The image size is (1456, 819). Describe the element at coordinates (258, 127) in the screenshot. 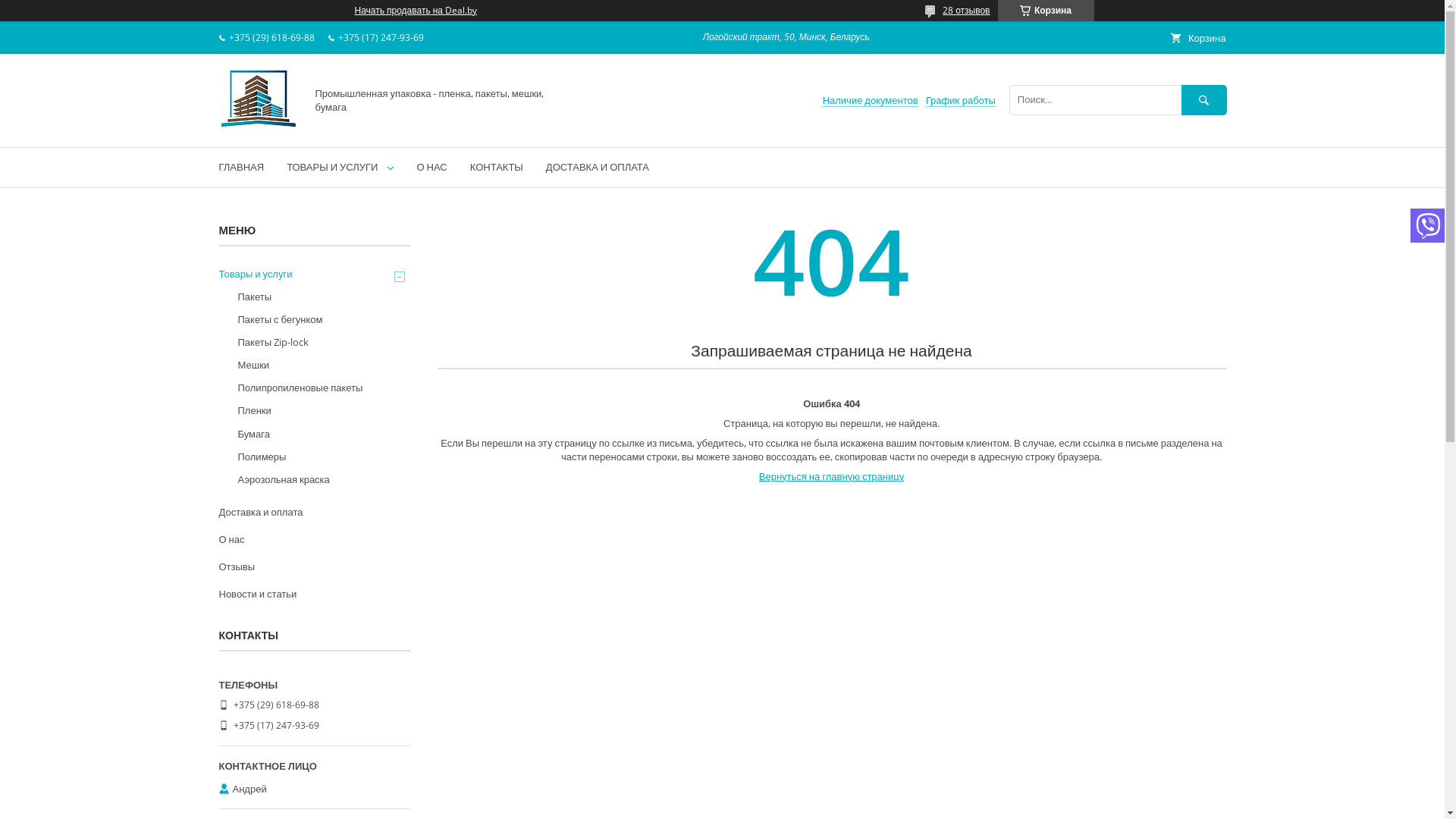

I see `'izodom.by'` at that location.